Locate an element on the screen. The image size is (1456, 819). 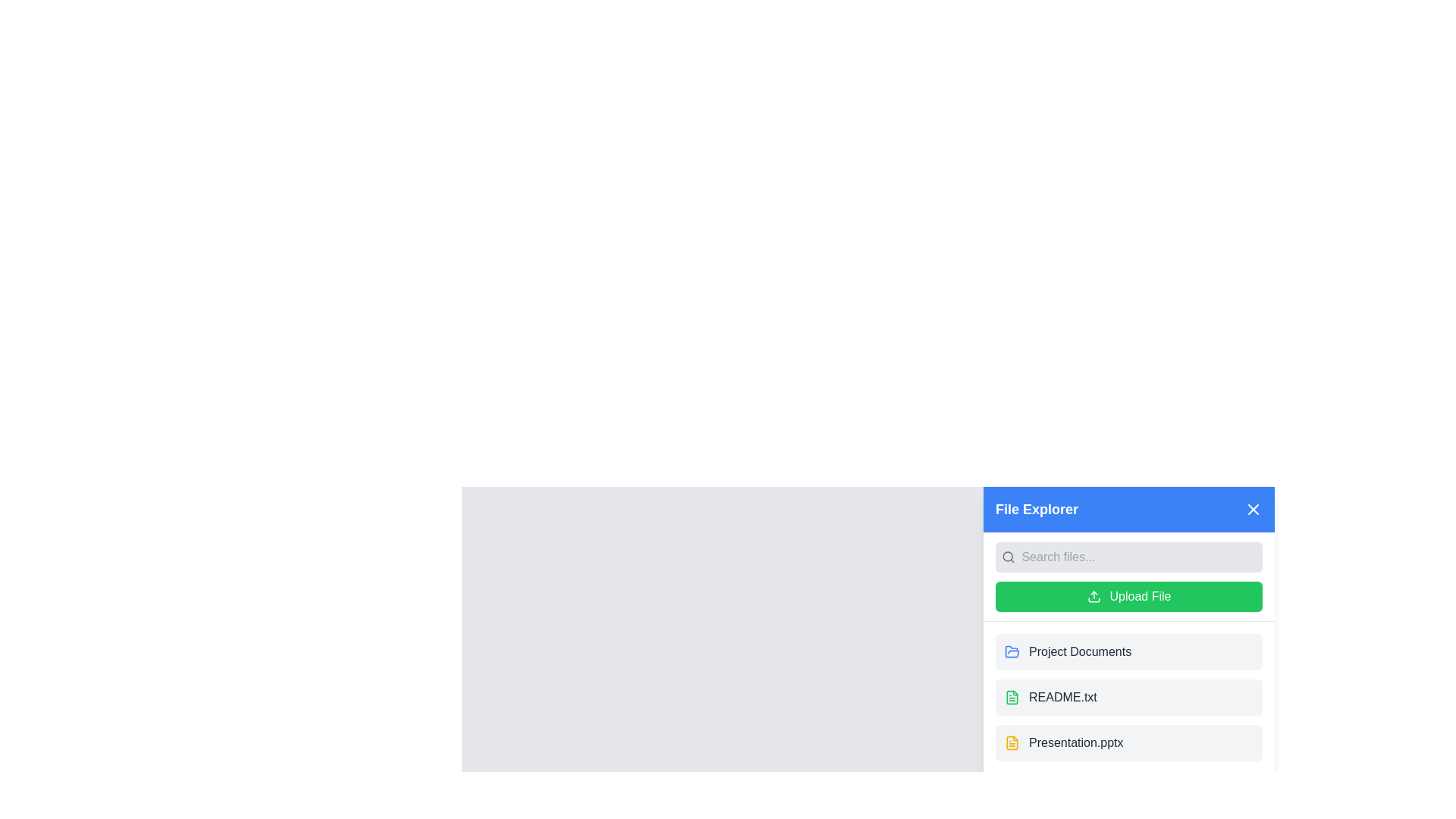
the SVG circle graphic that is part of the search icon in the 'File Explorer' panel, located at the top of the sidebar is located at coordinates (1008, 557).